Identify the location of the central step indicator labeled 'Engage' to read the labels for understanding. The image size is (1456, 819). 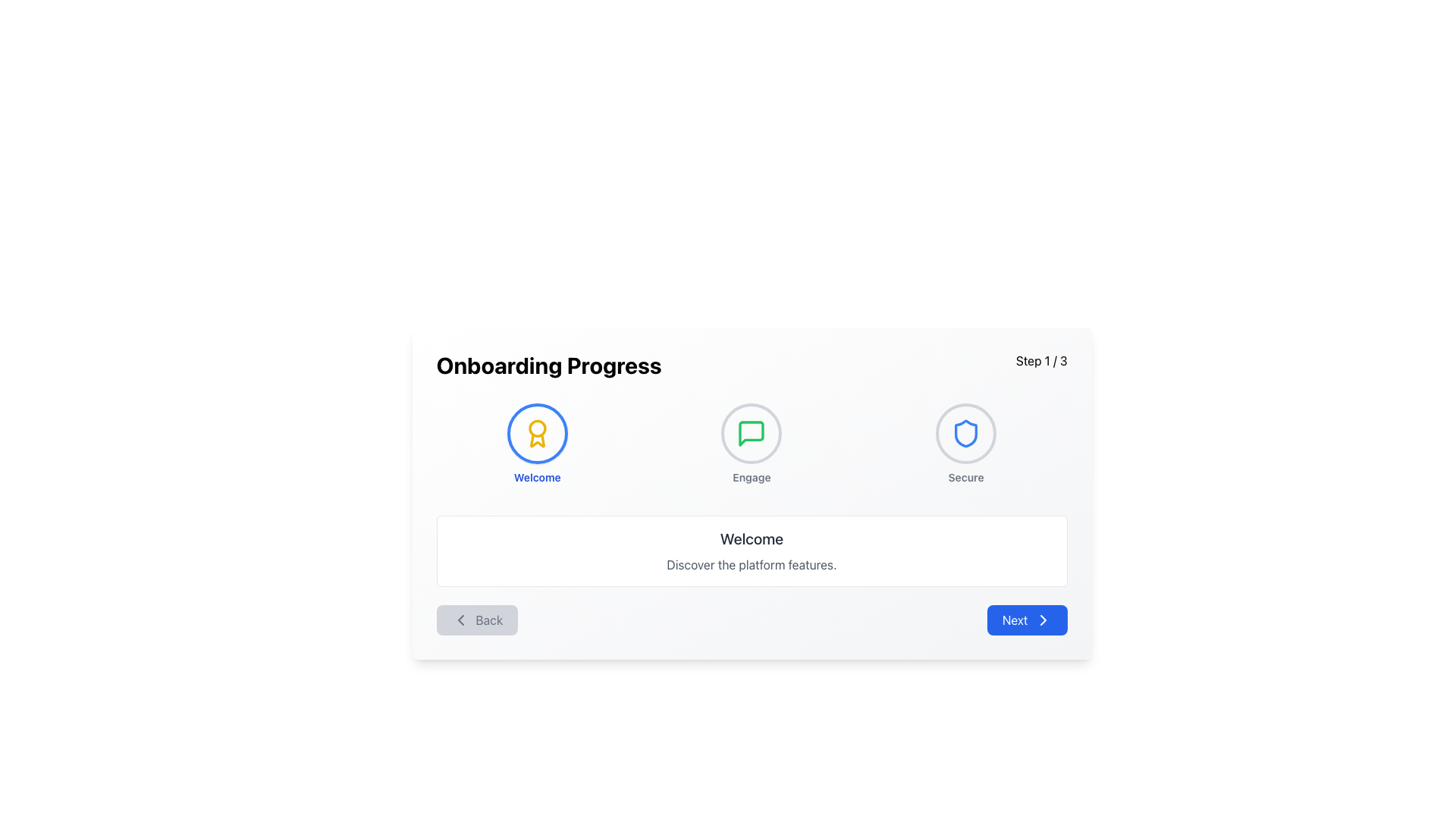
(752, 444).